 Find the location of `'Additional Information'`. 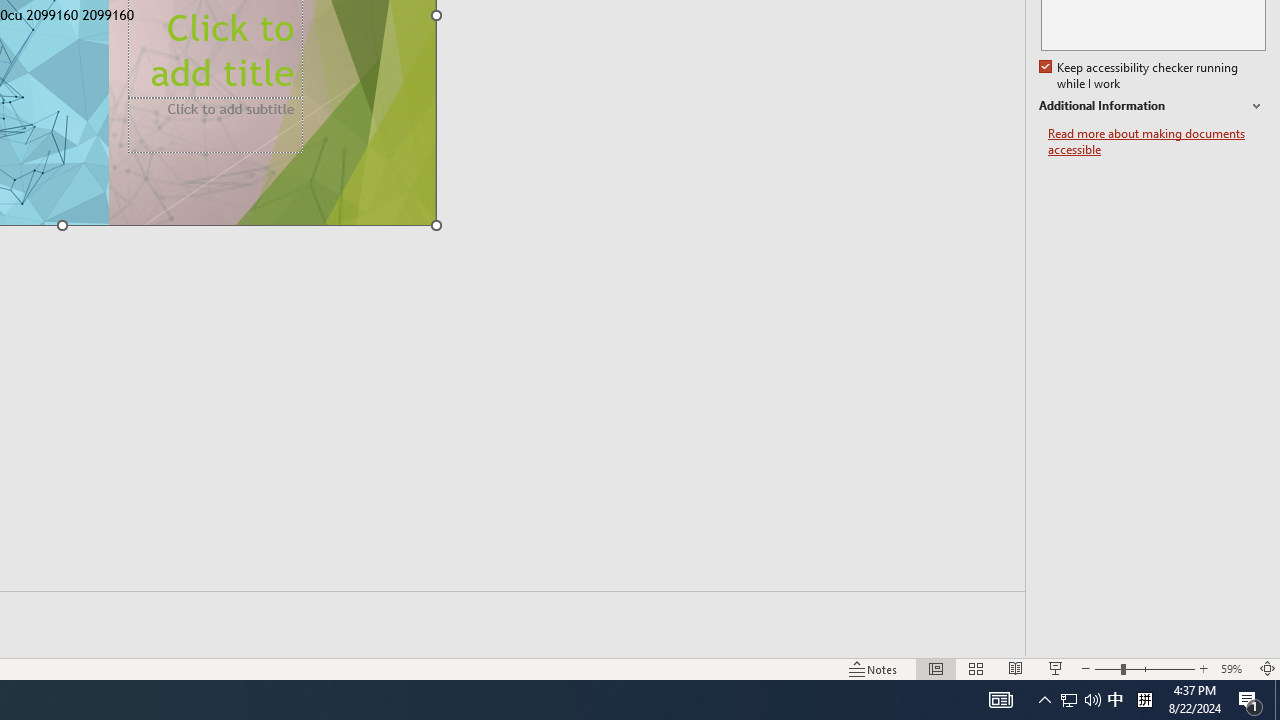

'Additional Information' is located at coordinates (1152, 106).